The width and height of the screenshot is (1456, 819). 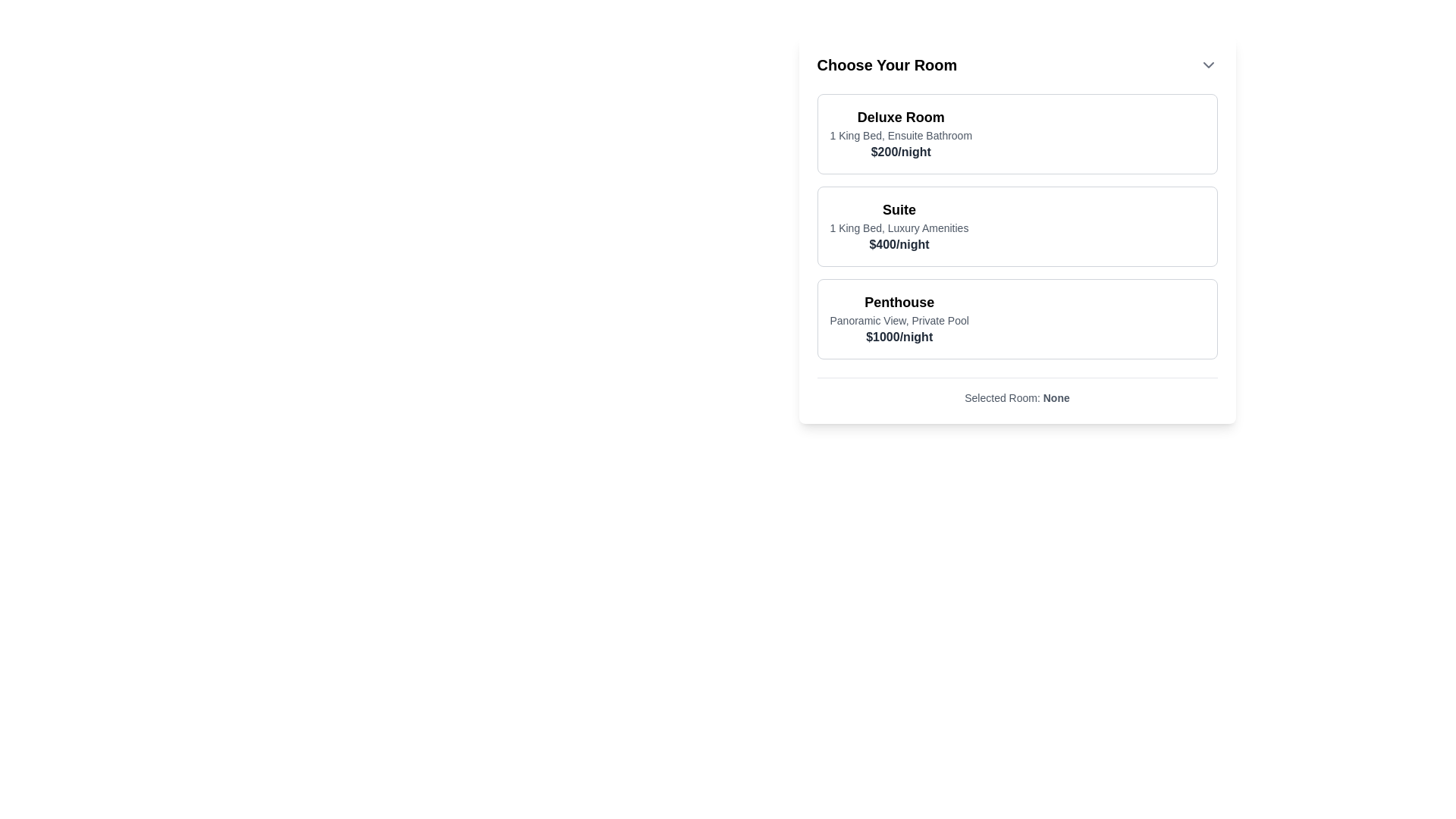 I want to click on the price indicator text for the 'Penthouse' room option, which is located below the description 'Panoramic View, Private Pool', so click(x=899, y=336).